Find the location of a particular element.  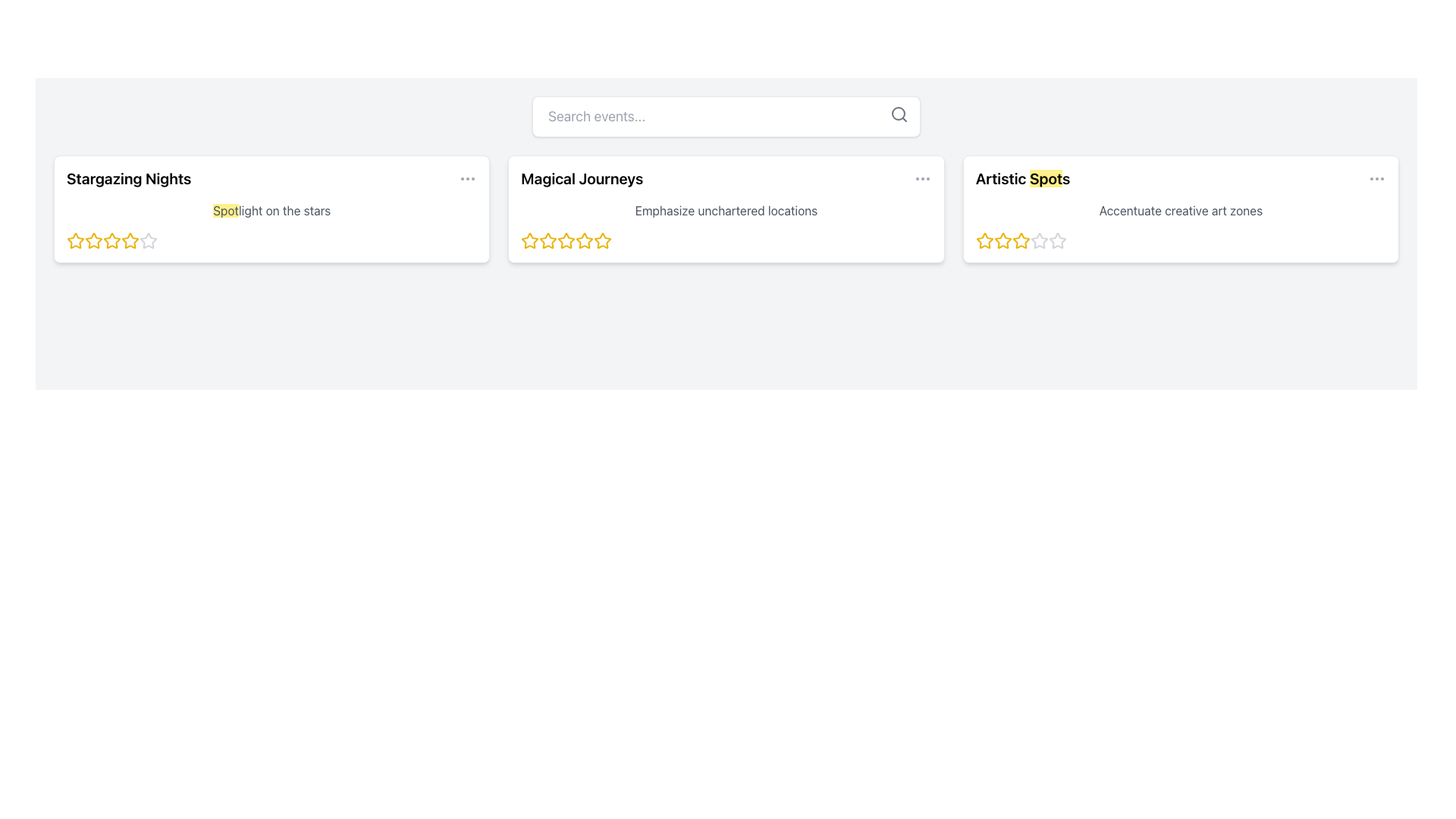

text content of the Text Label element displaying 'light on the stars', which is located adjacent to 'Spot' in the description area of the first card is located at coordinates (284, 210).